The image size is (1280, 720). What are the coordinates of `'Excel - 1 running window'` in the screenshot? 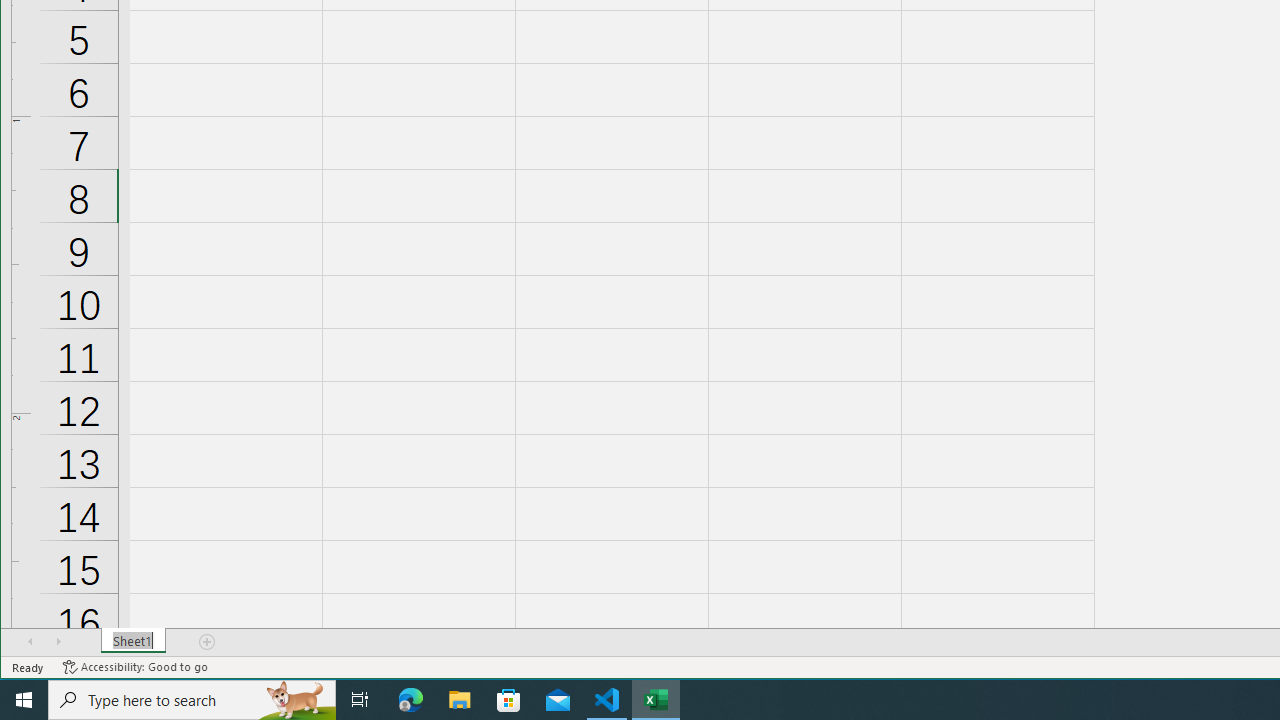 It's located at (656, 698).